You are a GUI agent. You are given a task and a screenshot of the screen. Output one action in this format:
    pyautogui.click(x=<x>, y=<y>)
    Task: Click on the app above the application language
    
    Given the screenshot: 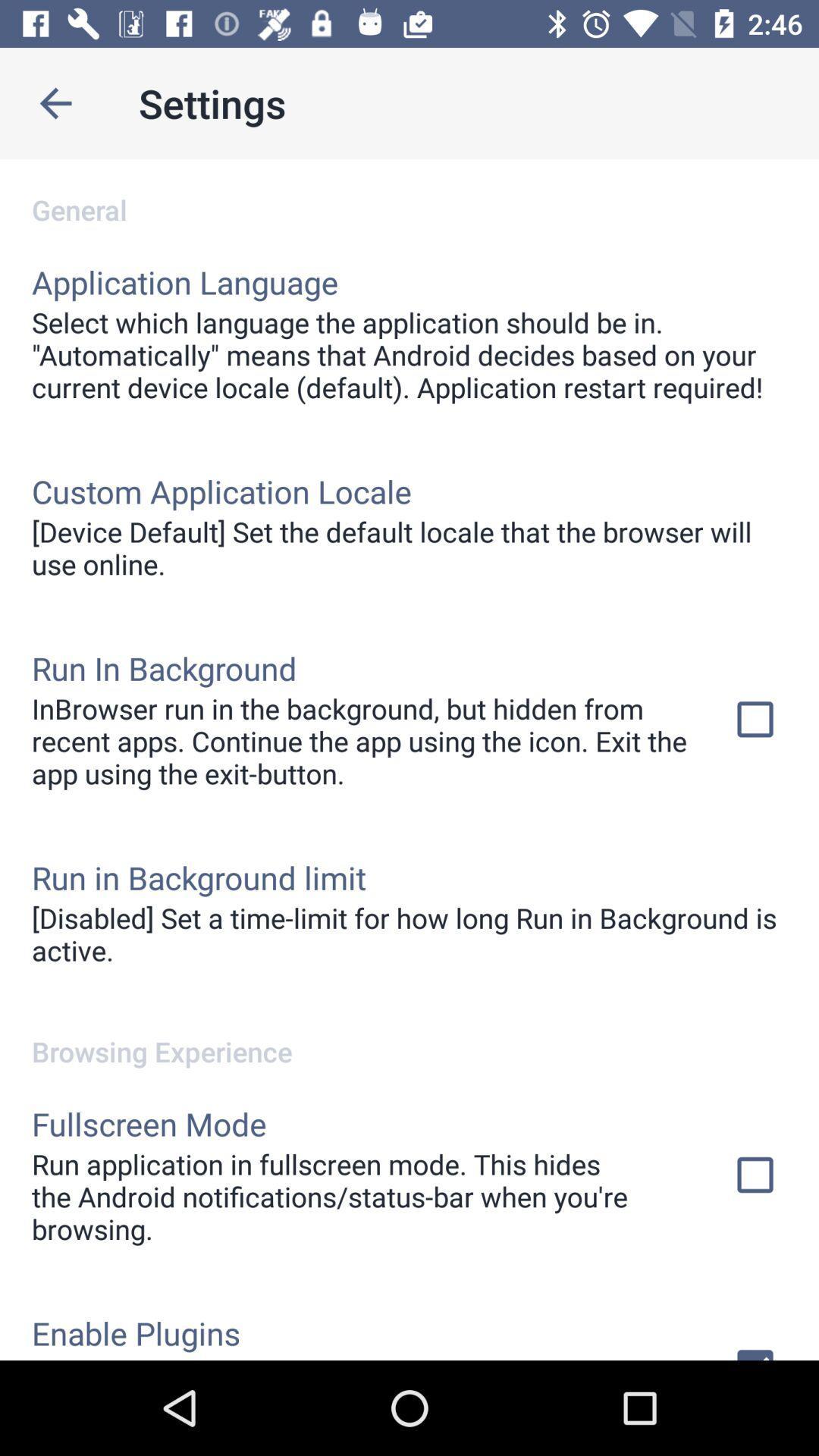 What is the action you would take?
    pyautogui.click(x=409, y=193)
    